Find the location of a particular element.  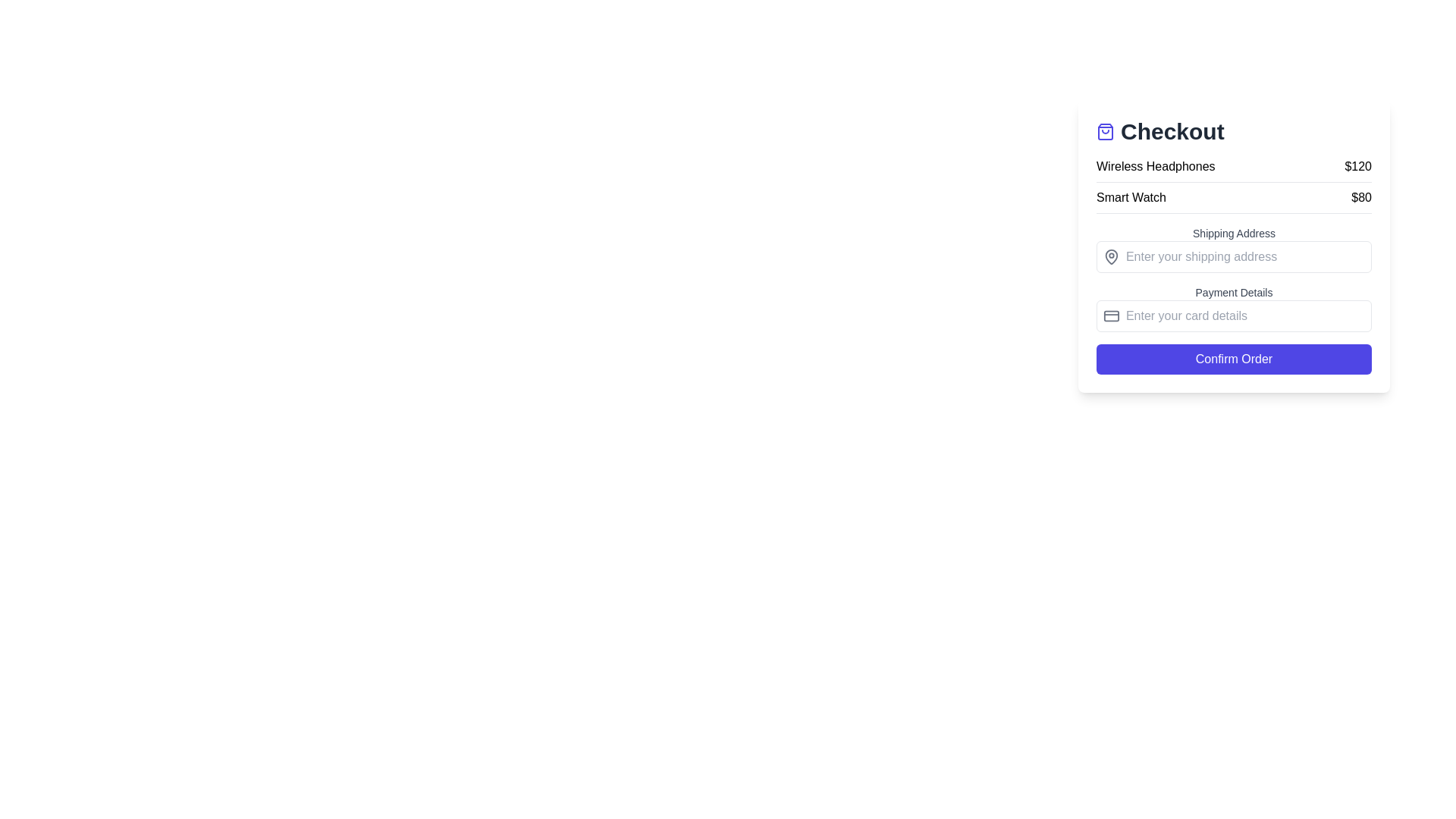

the Map Pin icon located within the Shipping Address input field on the checkout form, which visually indicates the expected input type for the address is located at coordinates (1111, 256).